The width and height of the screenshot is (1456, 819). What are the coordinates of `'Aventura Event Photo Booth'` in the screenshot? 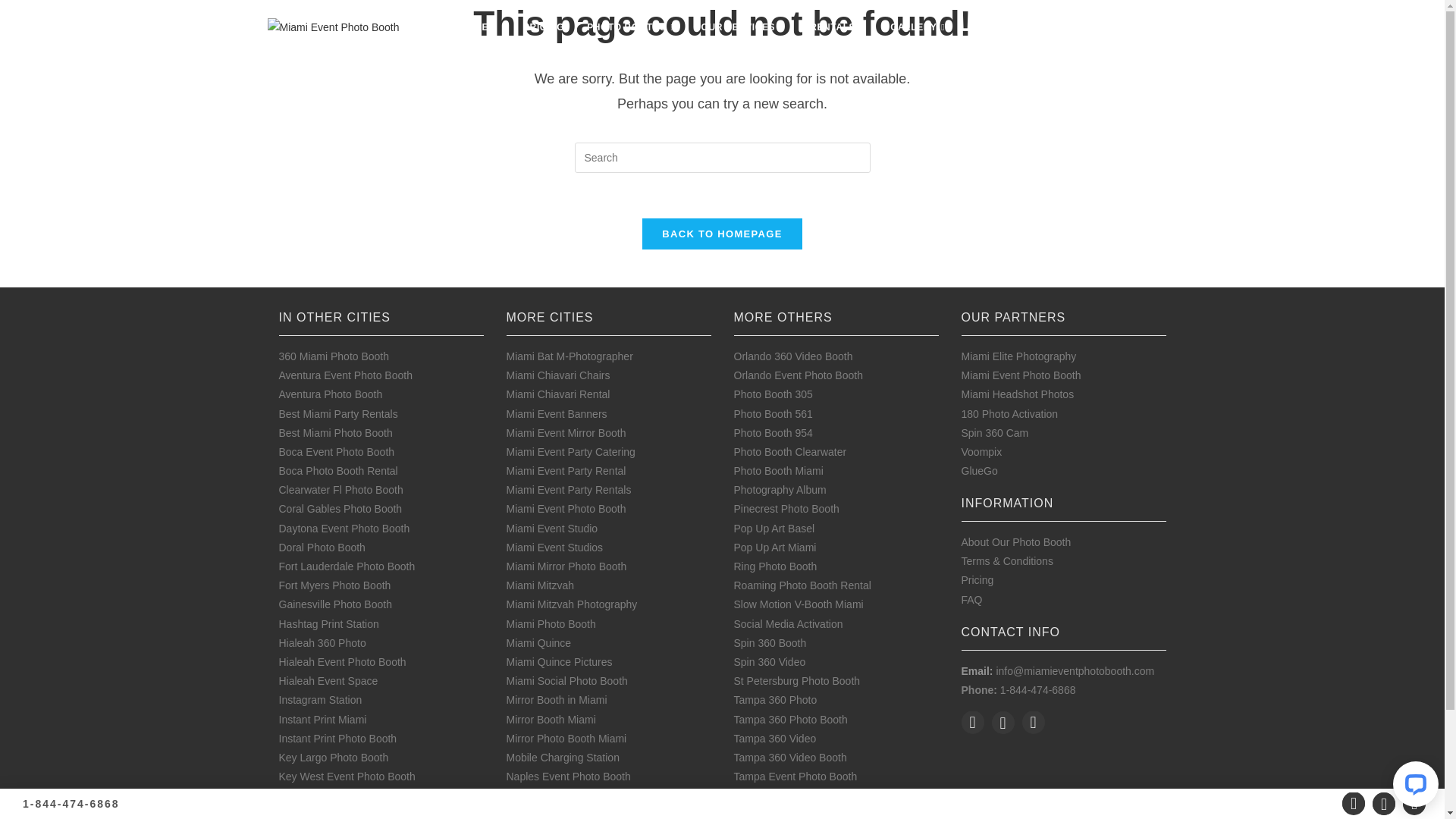 It's located at (345, 375).